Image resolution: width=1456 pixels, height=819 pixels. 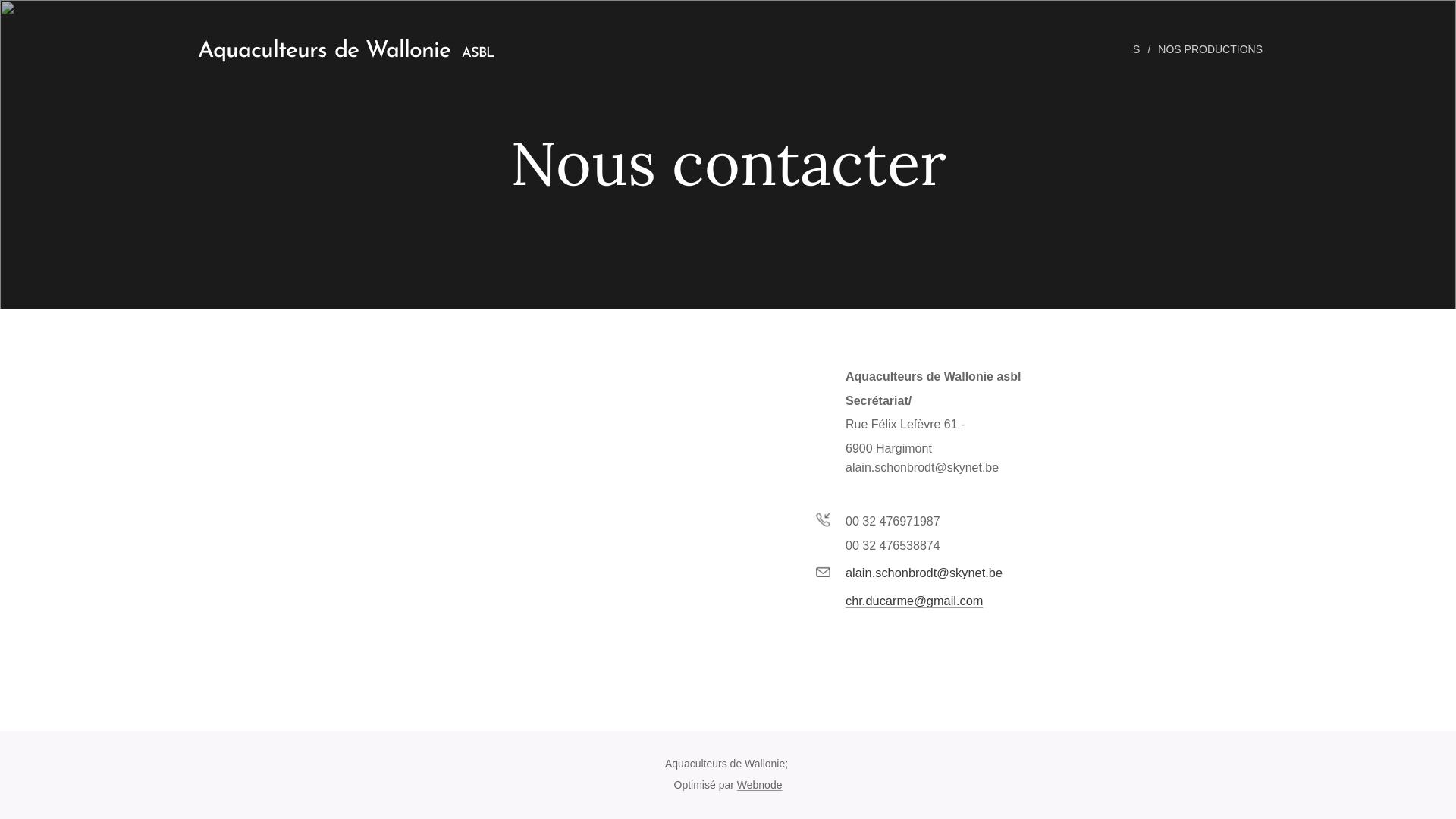 What do you see at coordinates (1087, 49) in the screenshot?
I see `'LES PRODUCTEURS'` at bounding box center [1087, 49].